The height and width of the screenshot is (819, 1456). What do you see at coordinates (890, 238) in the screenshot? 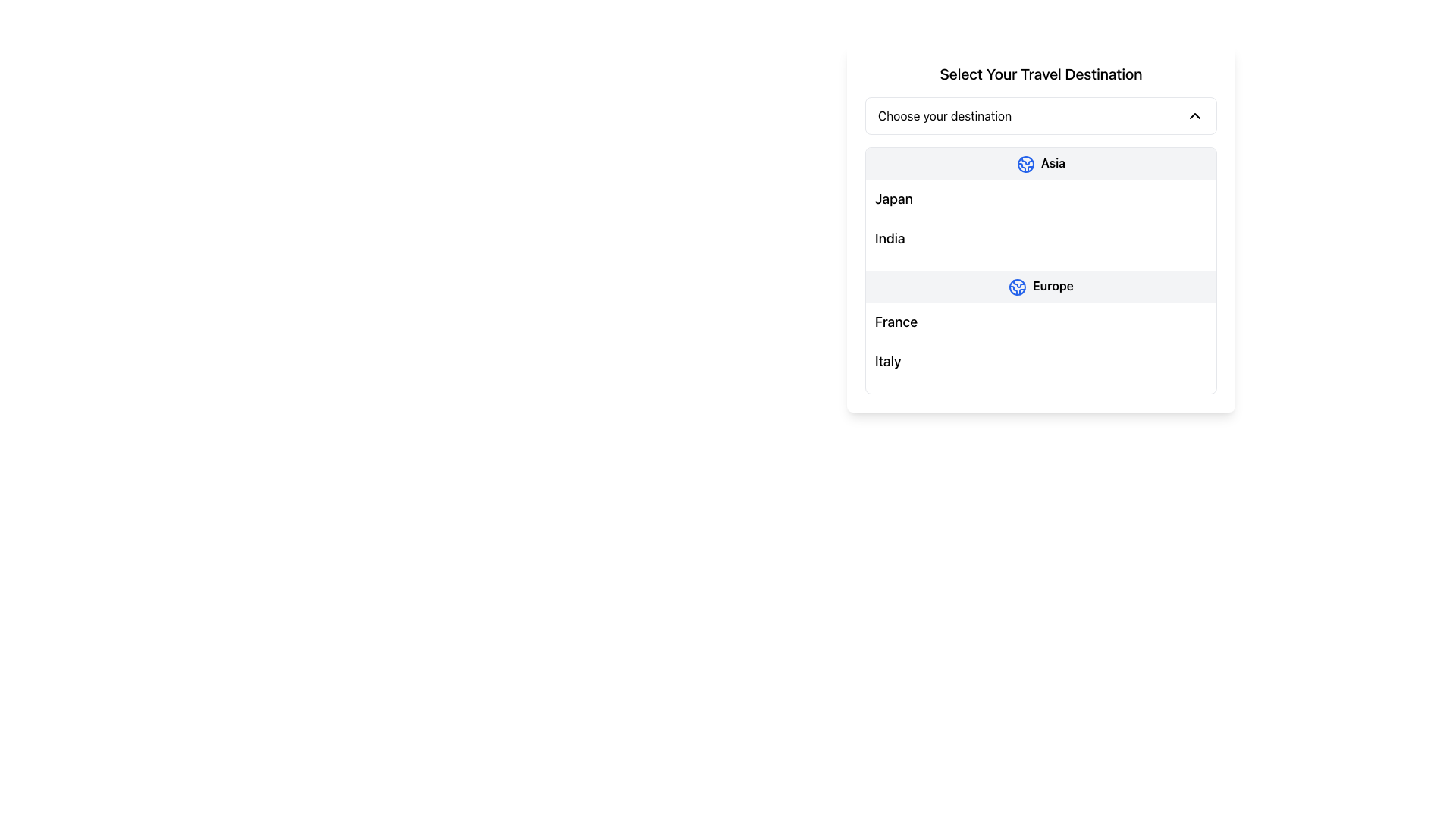
I see `the static text label indicating the travel destination 'India', which is the second entry under the 'Asia' heading in the list of travel destinations` at bounding box center [890, 238].